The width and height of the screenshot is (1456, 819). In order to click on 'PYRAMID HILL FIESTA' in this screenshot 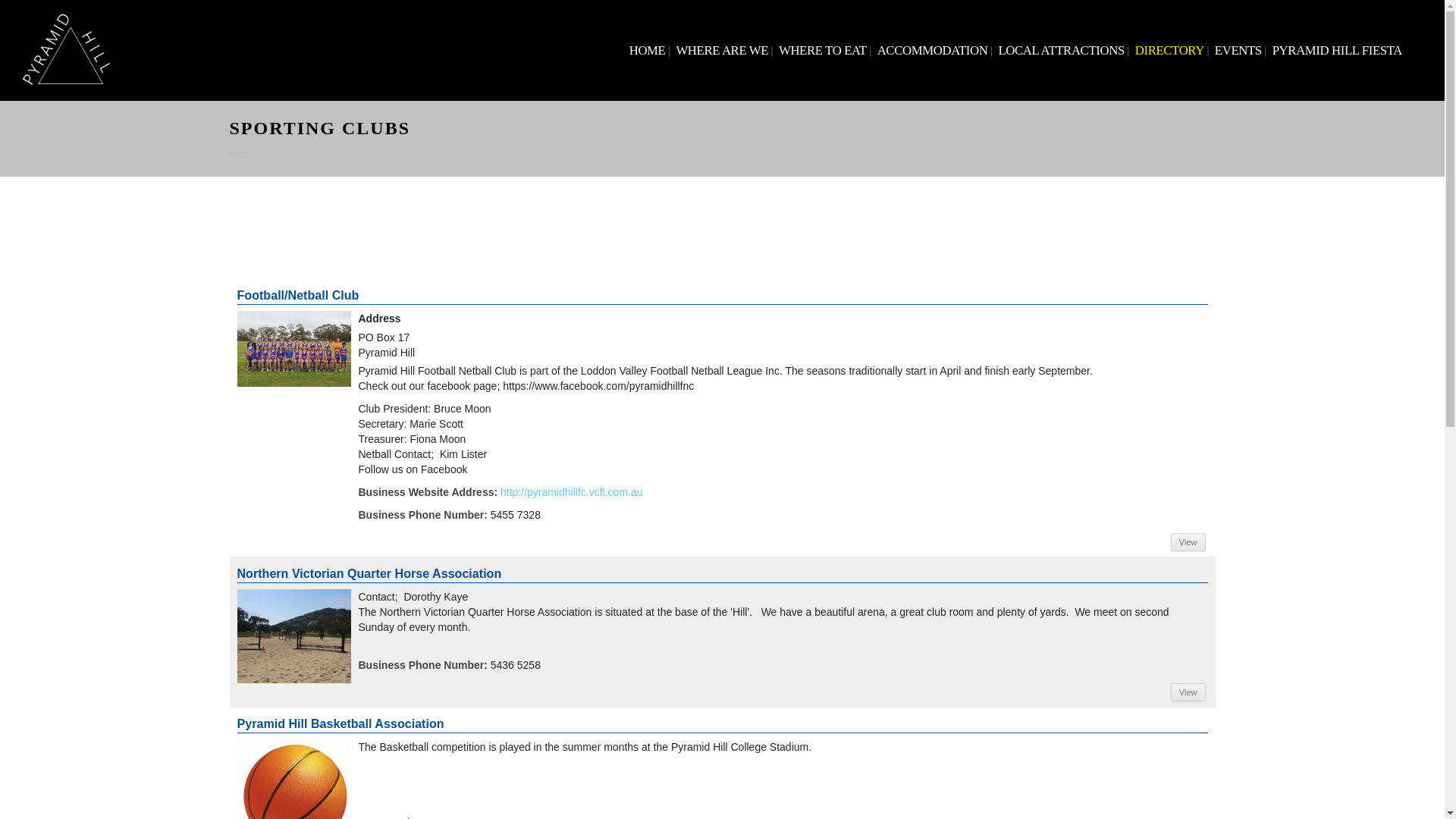, I will do `click(1269, 49)`.